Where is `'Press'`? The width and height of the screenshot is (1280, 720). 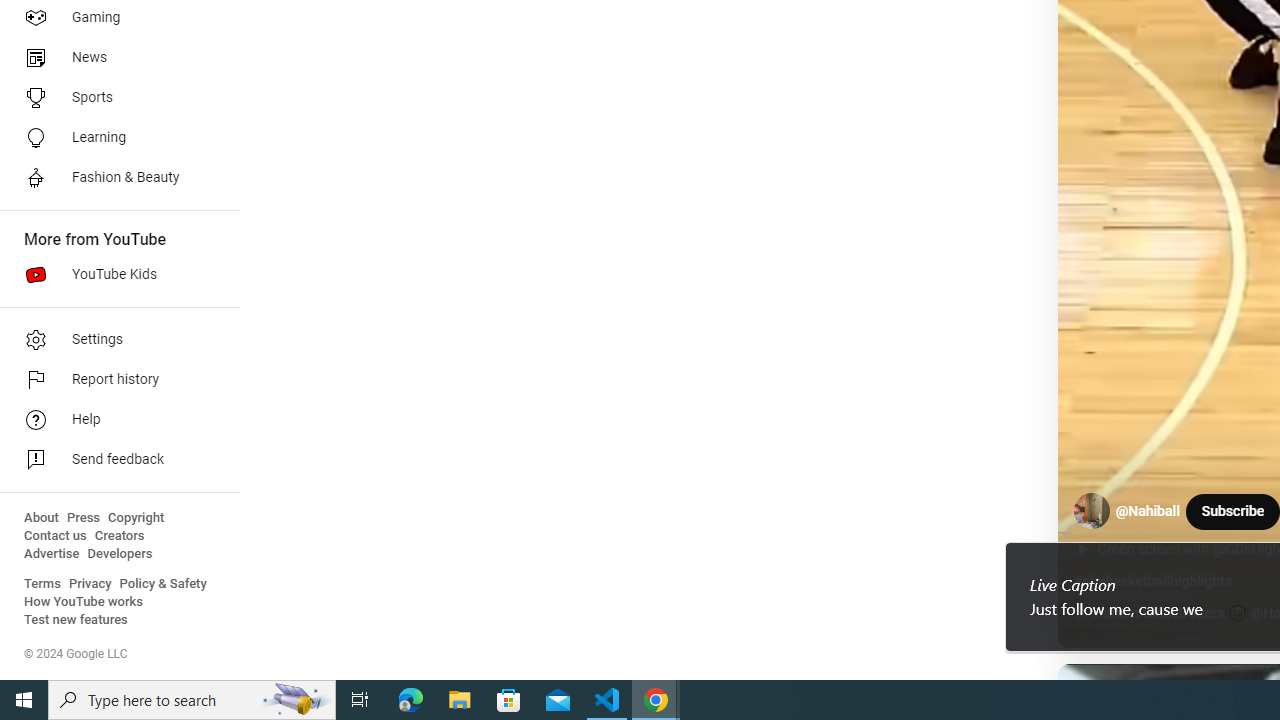 'Press' is located at coordinates (82, 517).